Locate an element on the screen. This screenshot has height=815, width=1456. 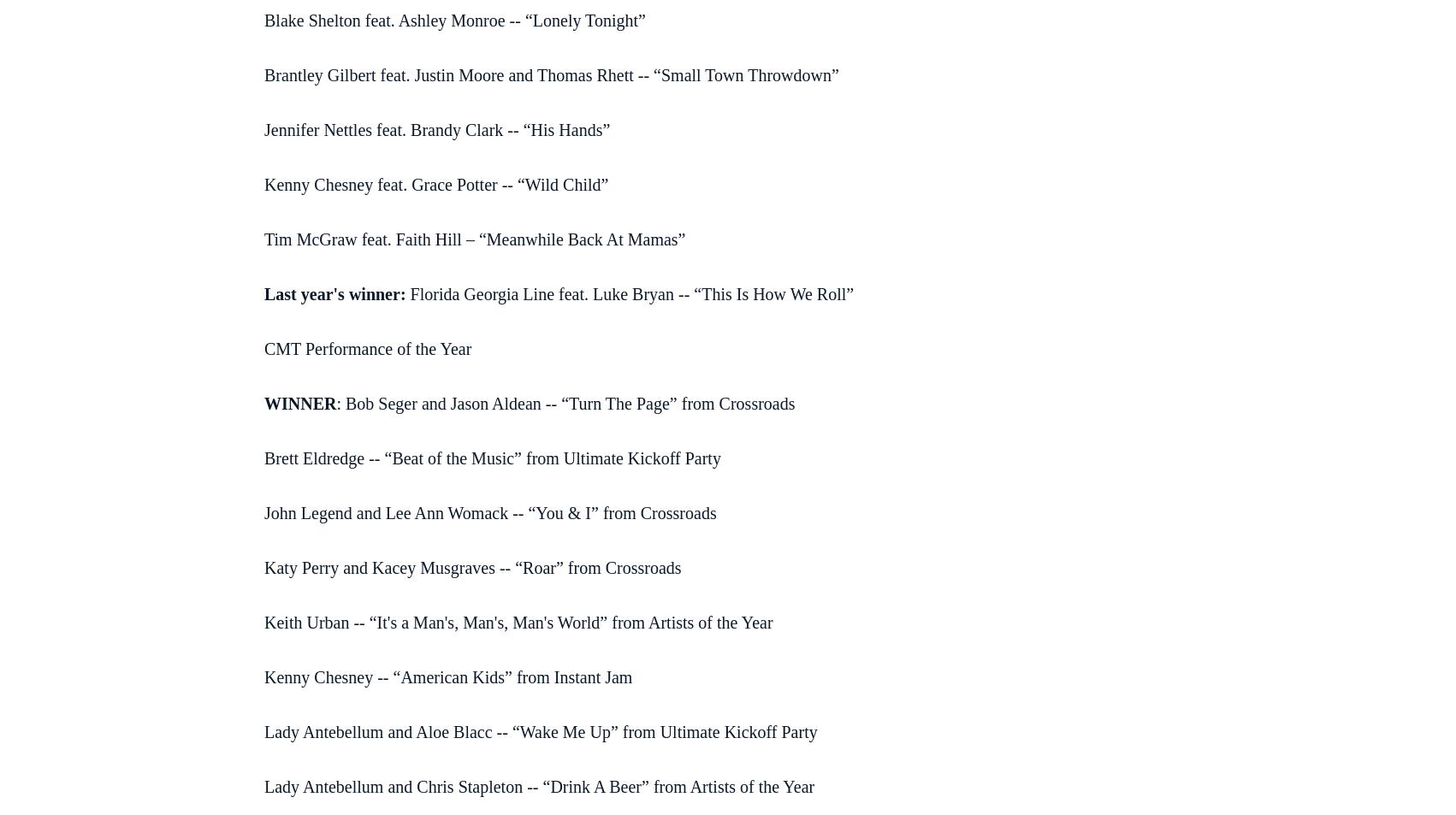
'Last year's winner:' is located at coordinates (334, 292).